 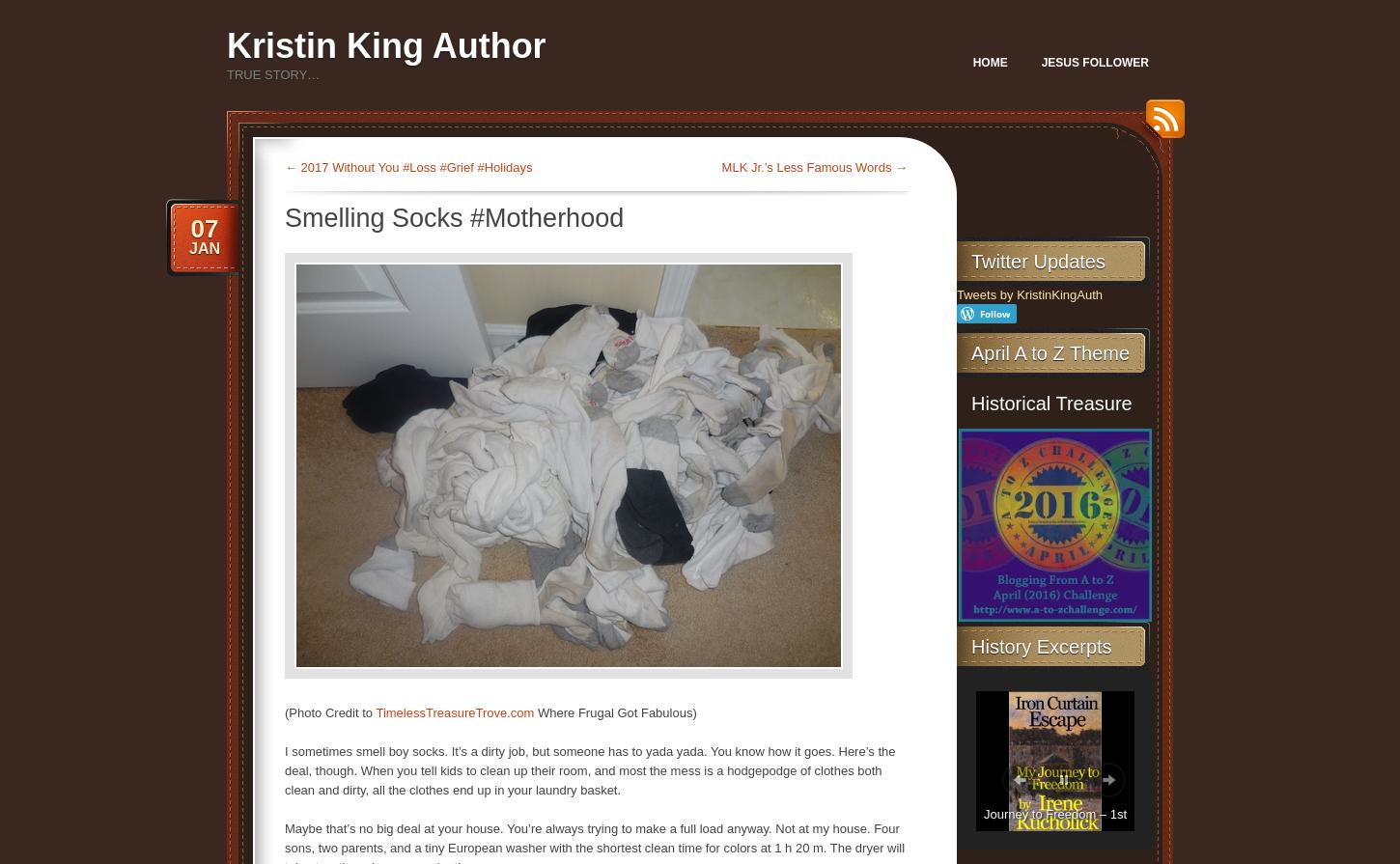 What do you see at coordinates (330, 711) in the screenshot?
I see `'(Photo Credit to'` at bounding box center [330, 711].